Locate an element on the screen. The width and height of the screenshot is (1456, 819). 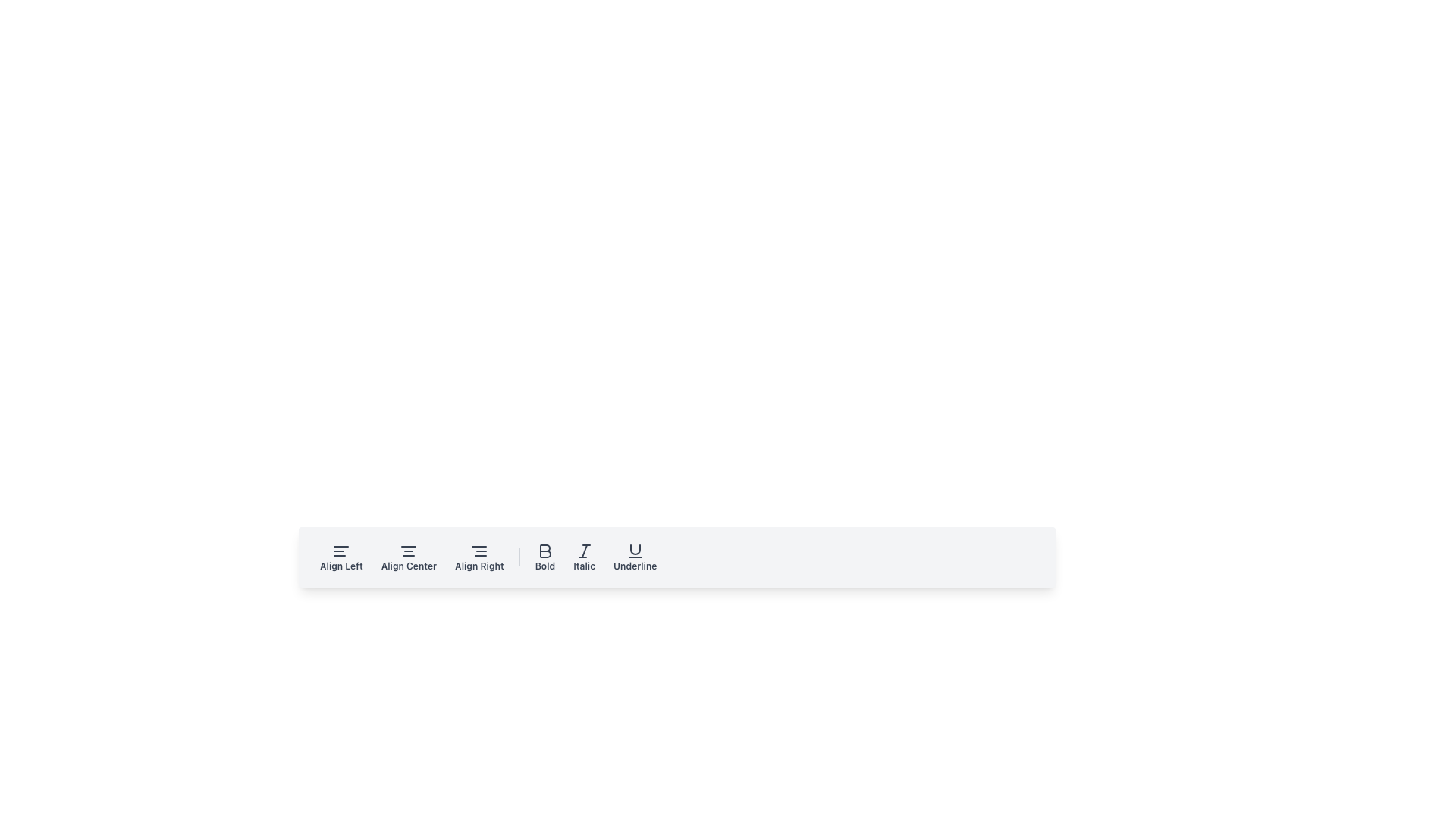
the underline icon on the toolbar to apply underline formatting is located at coordinates (635, 551).